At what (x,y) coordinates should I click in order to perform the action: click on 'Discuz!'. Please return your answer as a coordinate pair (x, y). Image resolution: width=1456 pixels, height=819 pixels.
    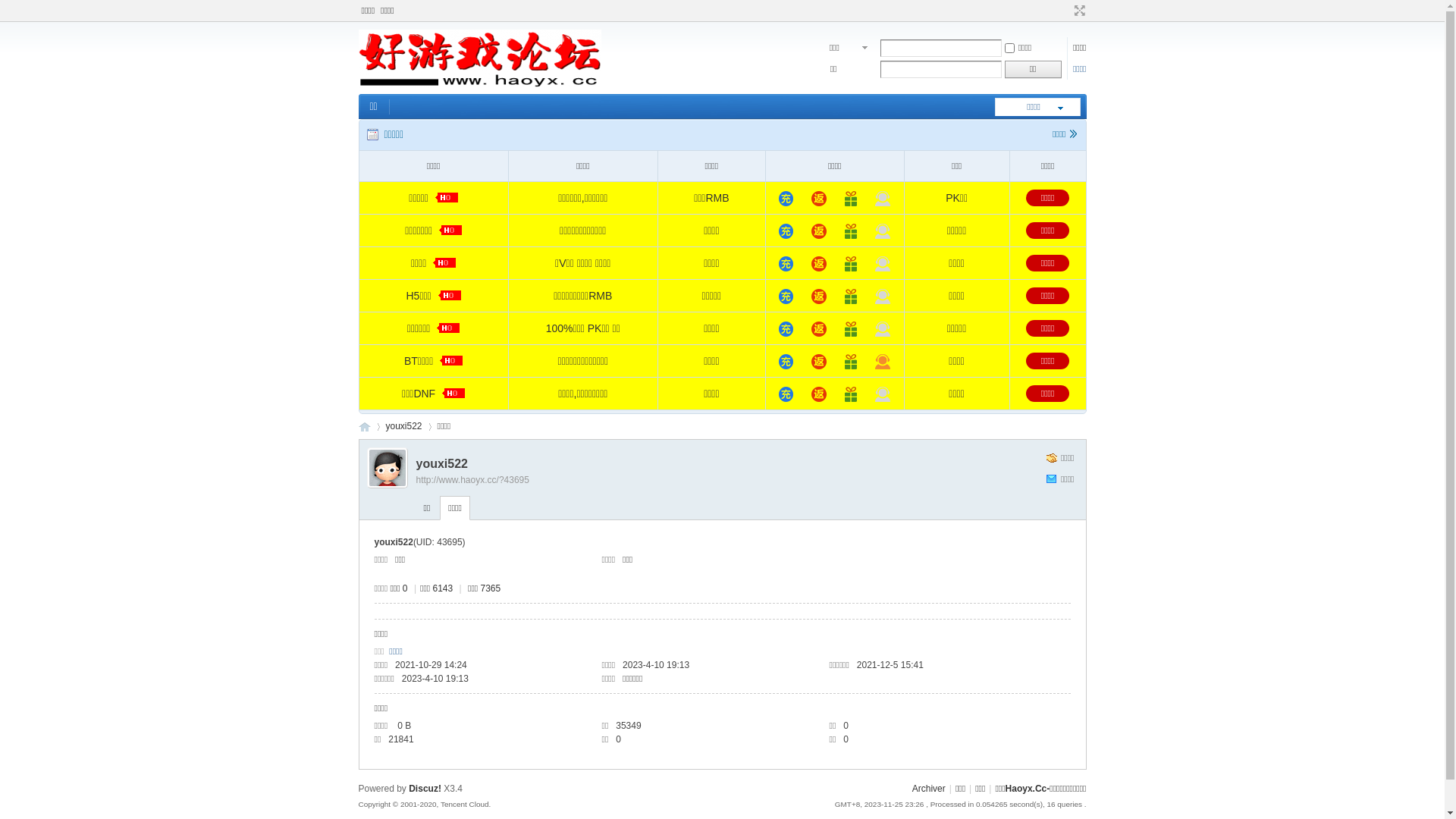
    Looking at the image, I should click on (425, 788).